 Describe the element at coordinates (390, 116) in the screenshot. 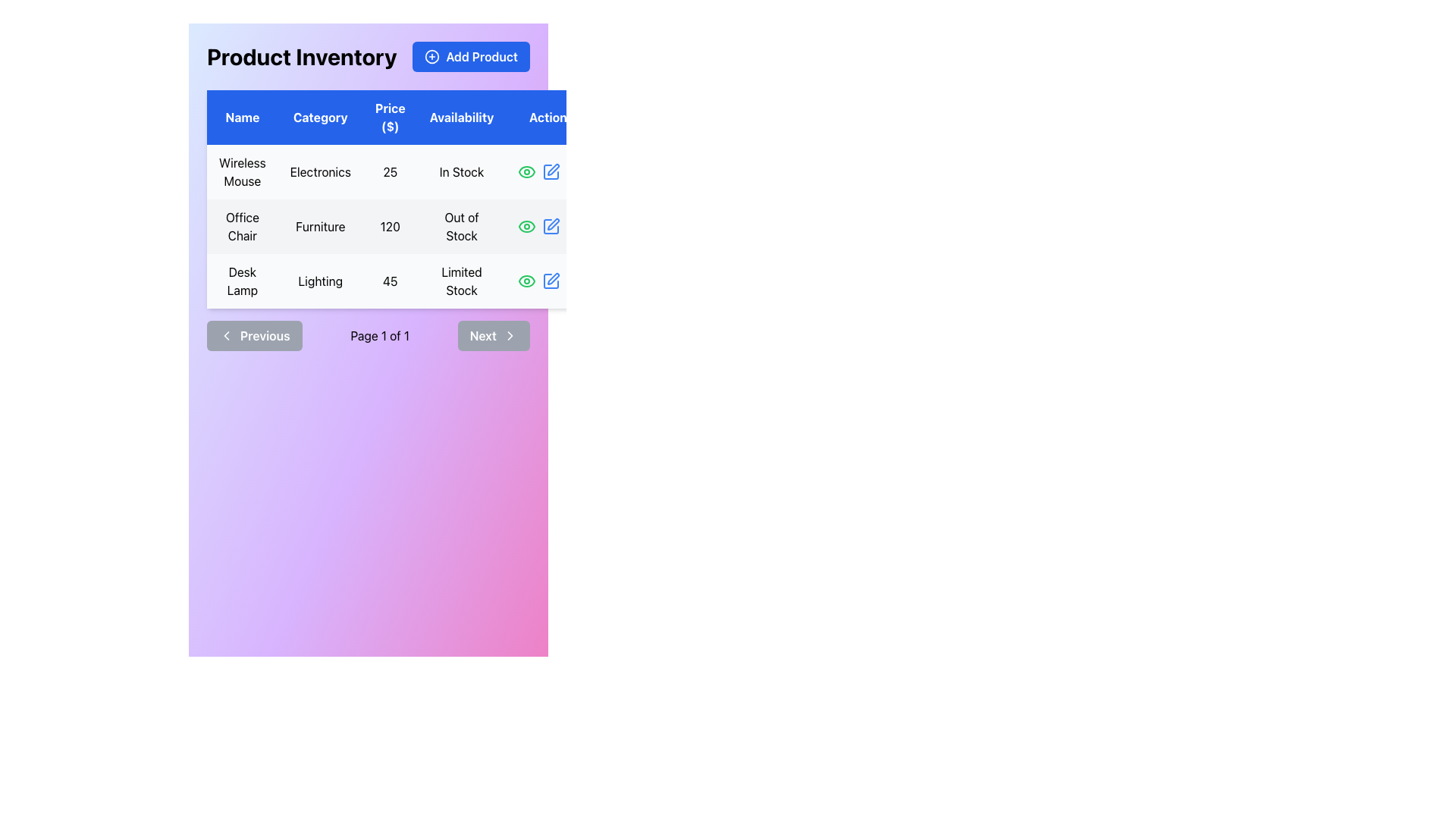

I see `the header text label indicating price values in dollars, which is centrally aligned in the third position of a five-column header row at the top of a table layout` at that location.